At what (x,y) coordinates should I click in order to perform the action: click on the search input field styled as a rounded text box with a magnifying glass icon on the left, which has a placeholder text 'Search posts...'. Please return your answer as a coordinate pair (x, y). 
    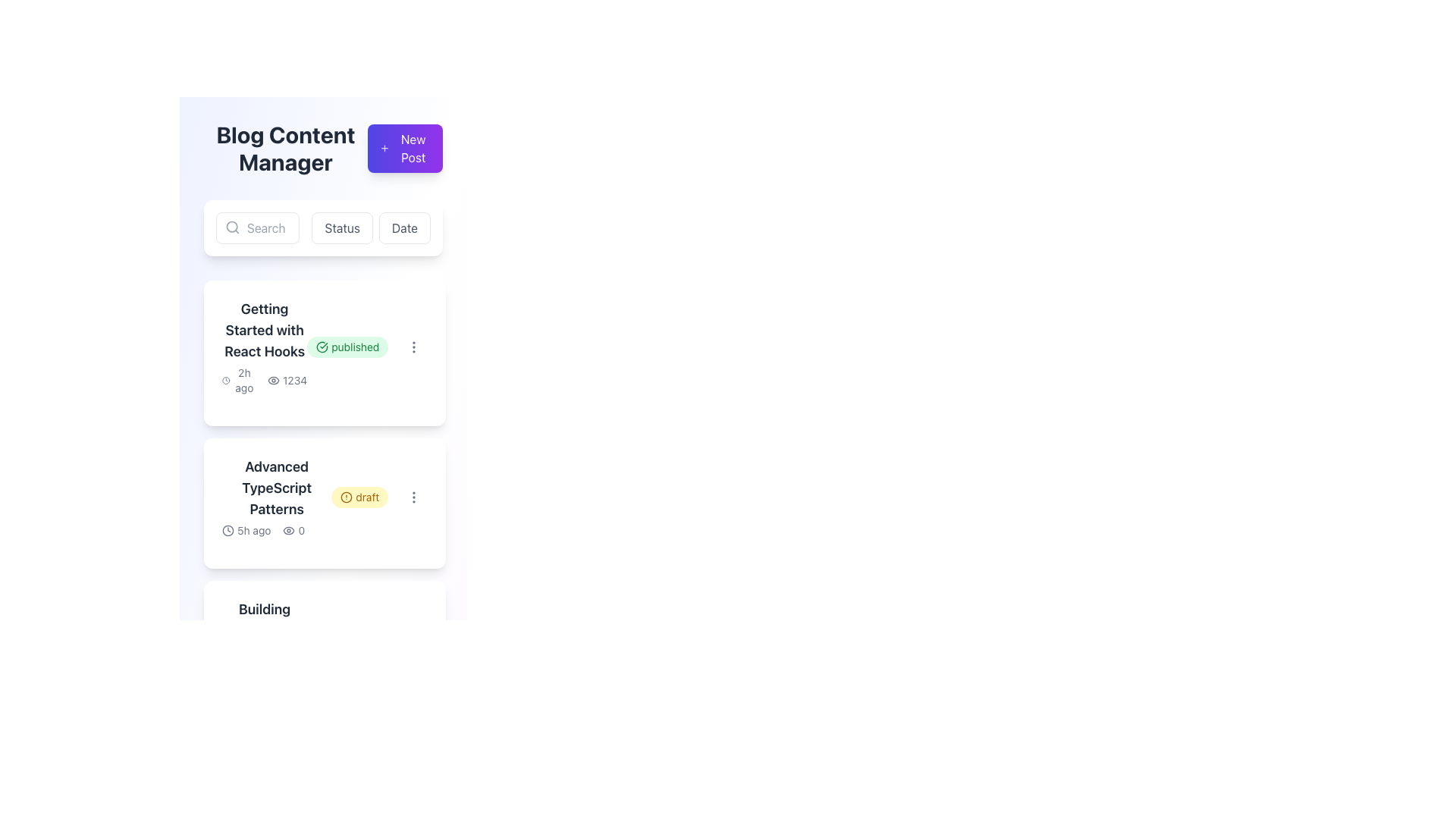
    Looking at the image, I should click on (258, 227).